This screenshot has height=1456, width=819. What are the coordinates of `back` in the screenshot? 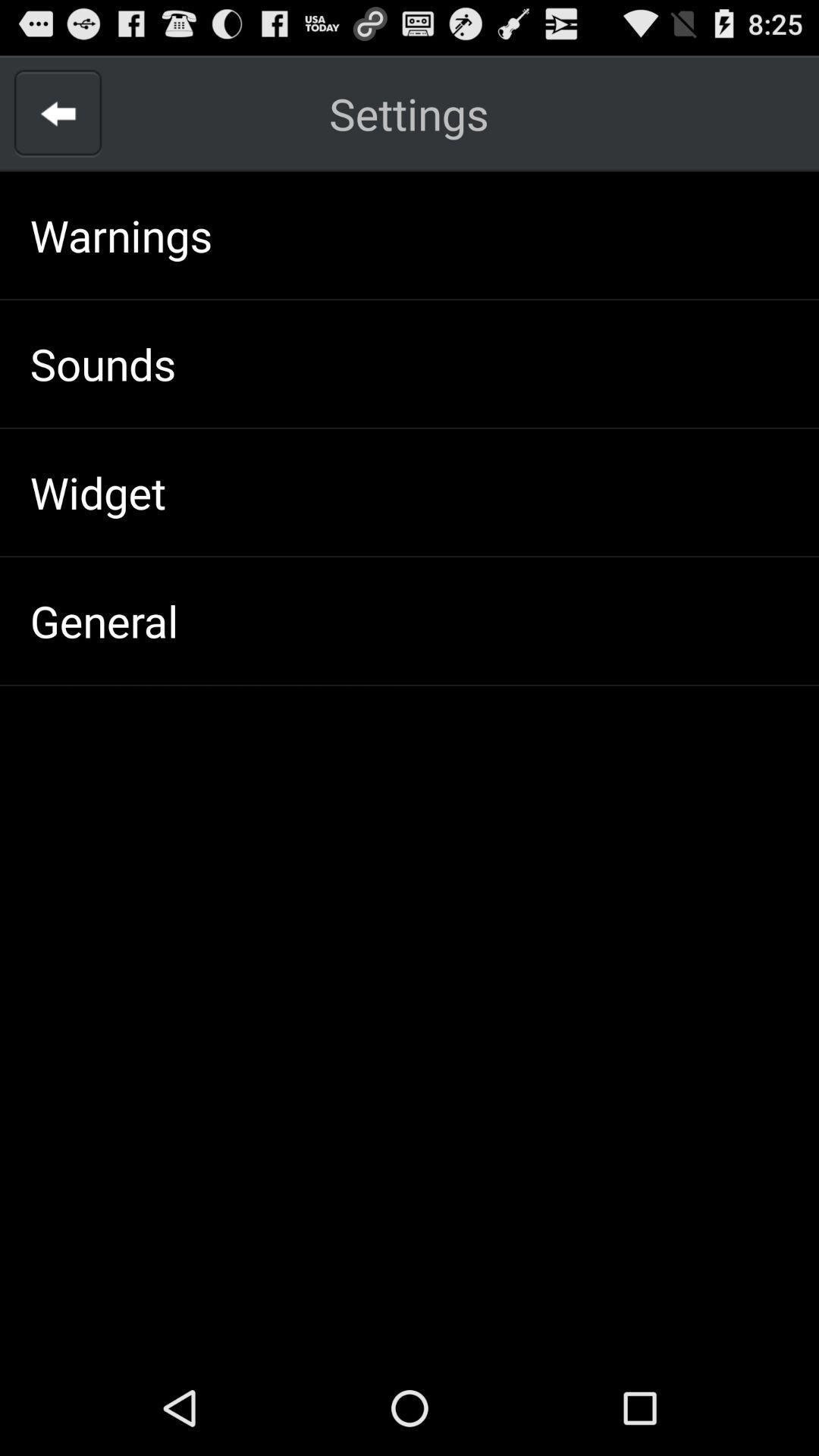 It's located at (57, 112).